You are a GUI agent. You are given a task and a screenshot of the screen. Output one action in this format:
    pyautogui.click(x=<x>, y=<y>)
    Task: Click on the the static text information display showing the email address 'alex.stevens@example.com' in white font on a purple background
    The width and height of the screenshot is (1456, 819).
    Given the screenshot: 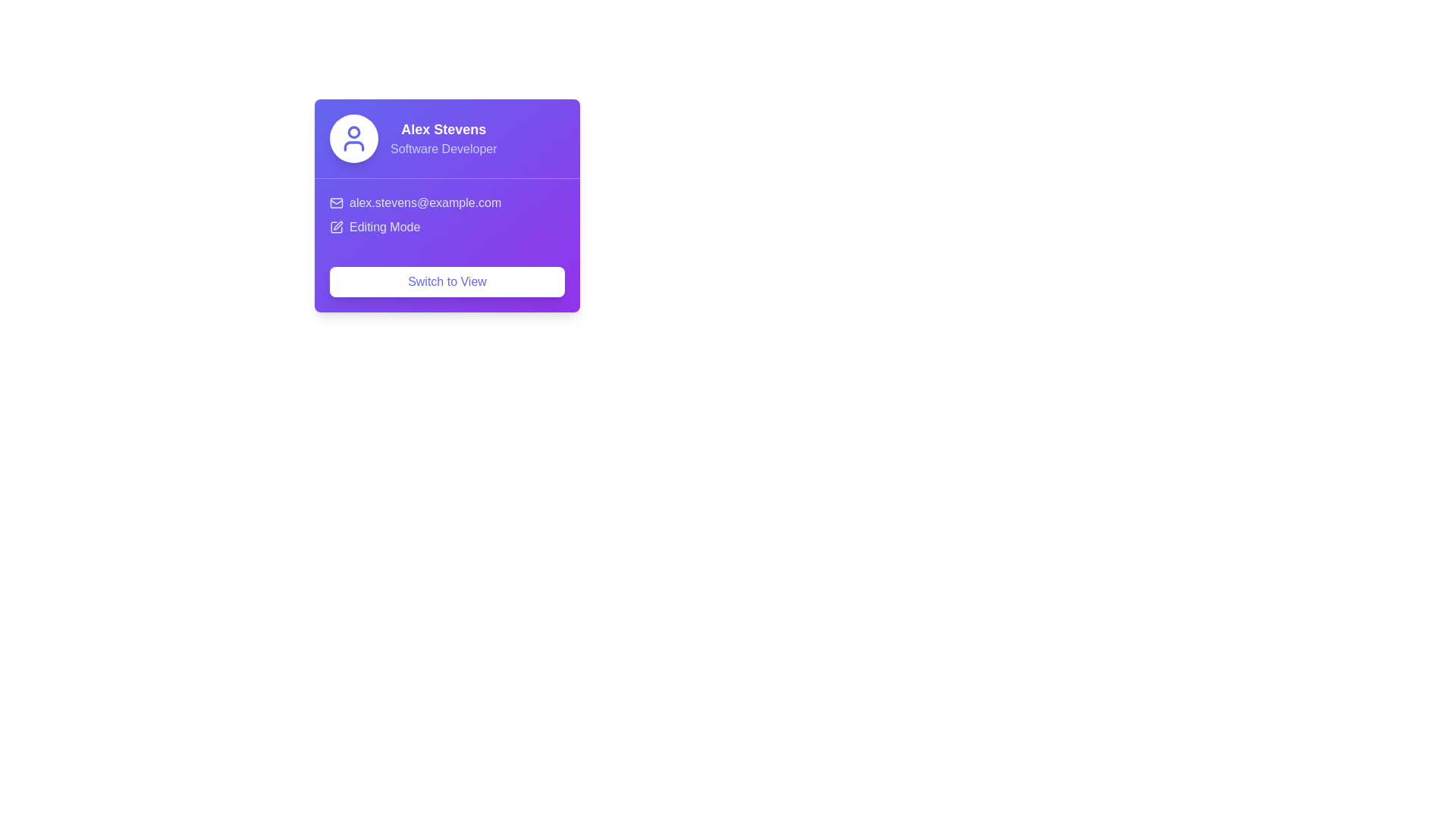 What is the action you would take?
    pyautogui.click(x=425, y=202)
    